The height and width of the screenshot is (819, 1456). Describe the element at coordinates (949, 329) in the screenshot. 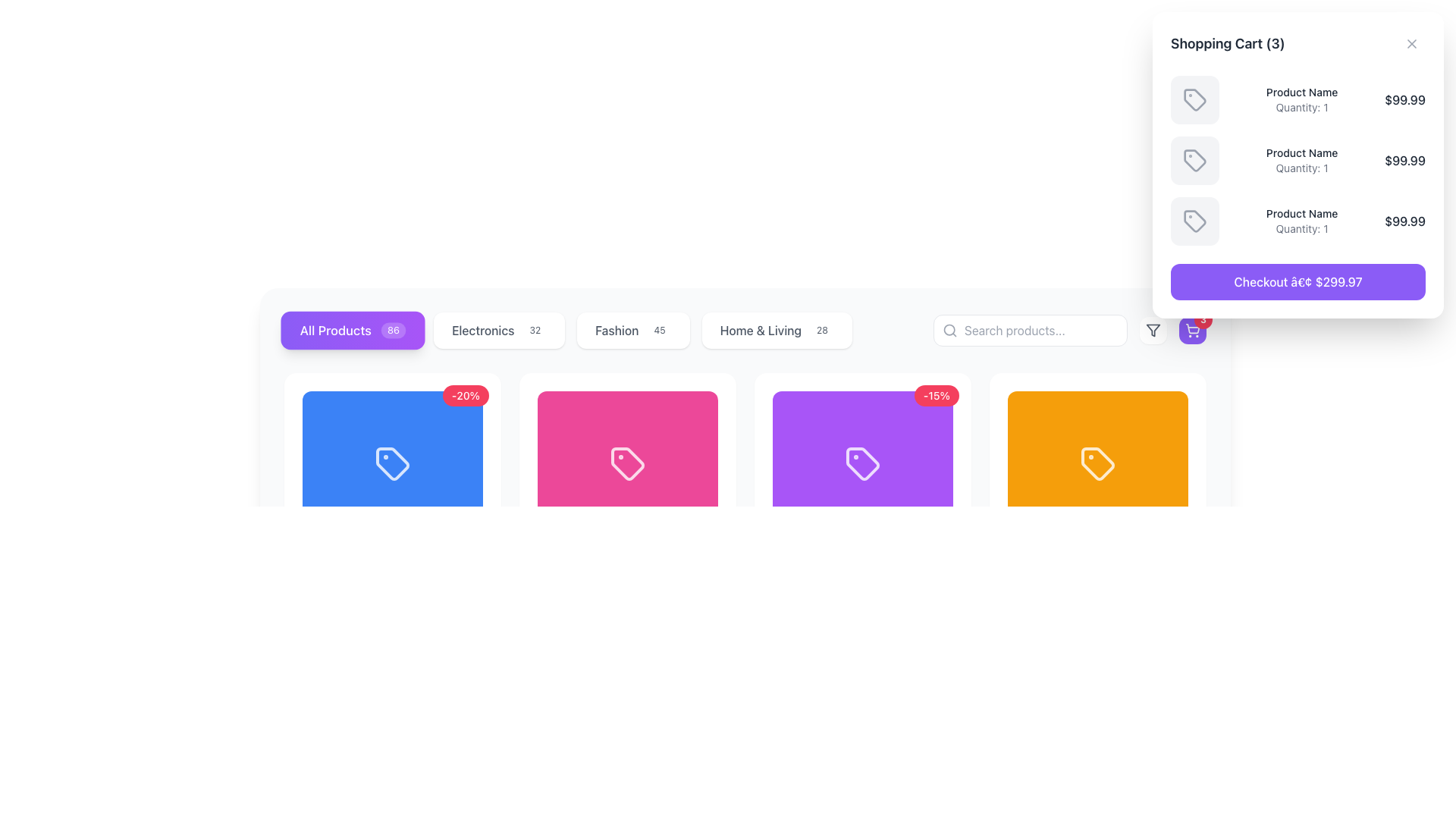

I see `the decorative circular element of the magnifying glass search icon located inside the SVG graphic, positioned towards the left-hand side above the product grid` at that location.